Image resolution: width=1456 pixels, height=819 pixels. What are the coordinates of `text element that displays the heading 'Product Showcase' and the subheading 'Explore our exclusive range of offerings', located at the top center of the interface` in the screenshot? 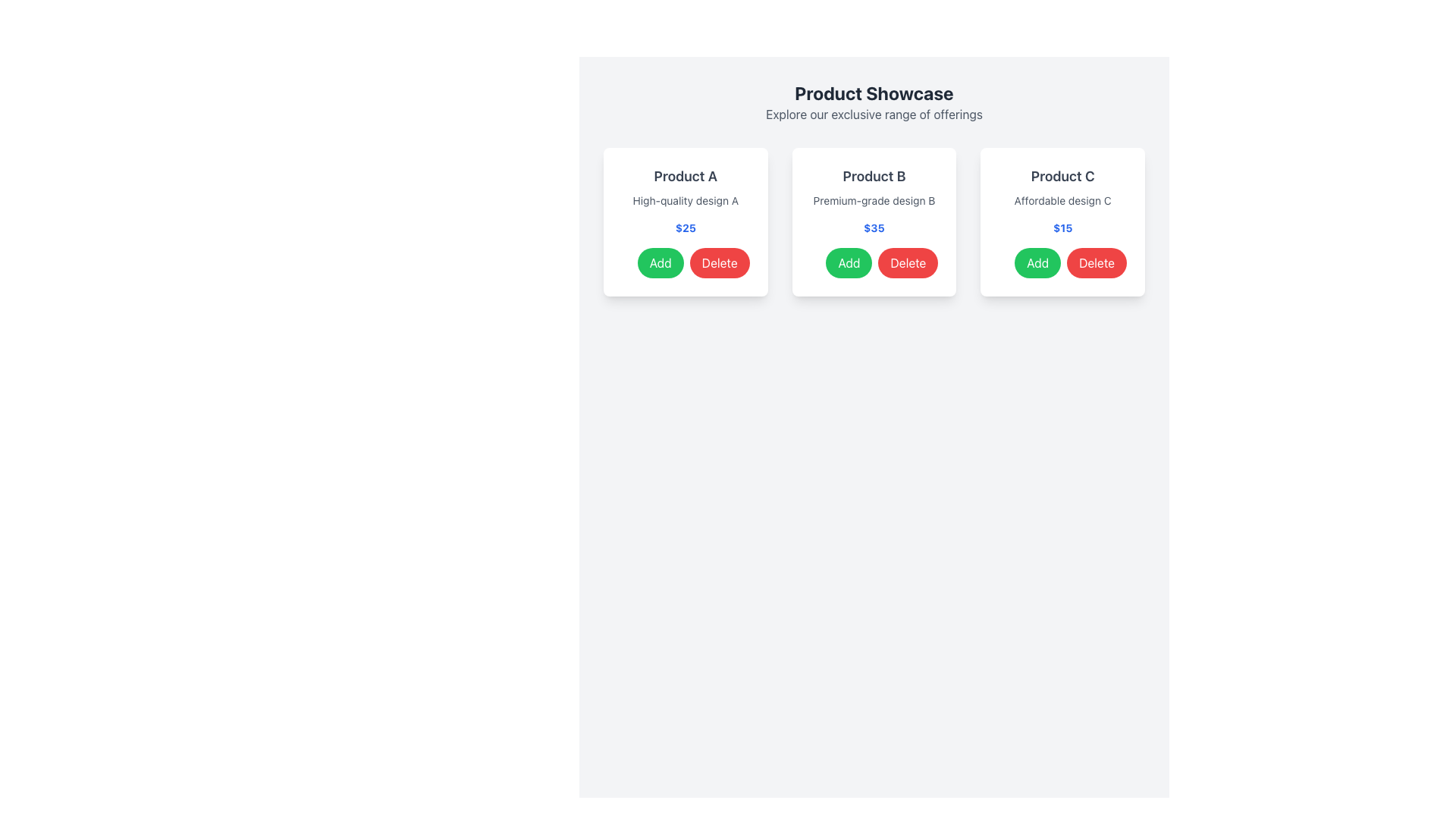 It's located at (874, 102).